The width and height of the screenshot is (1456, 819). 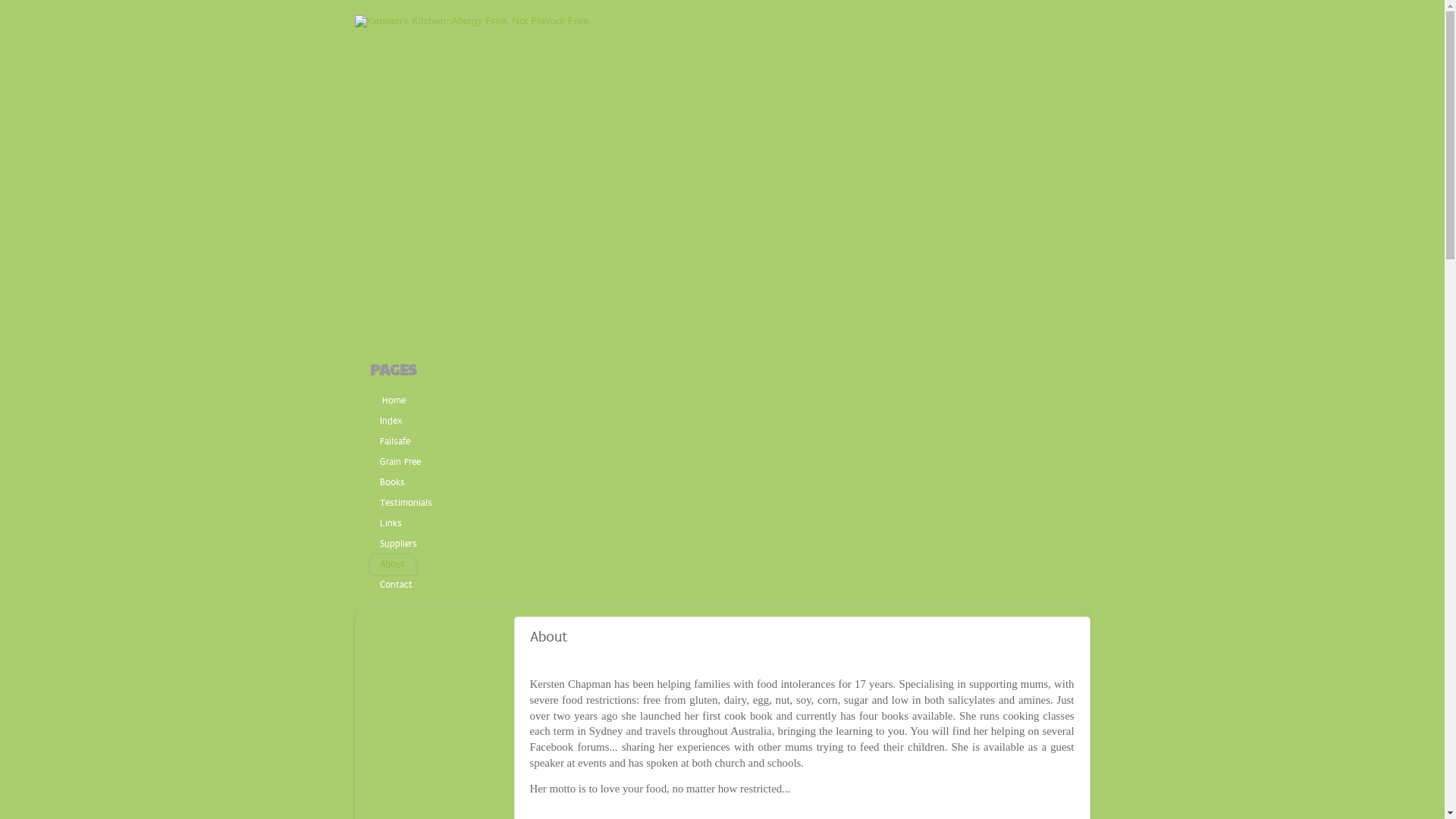 I want to click on 'Index', so click(x=370, y=421).